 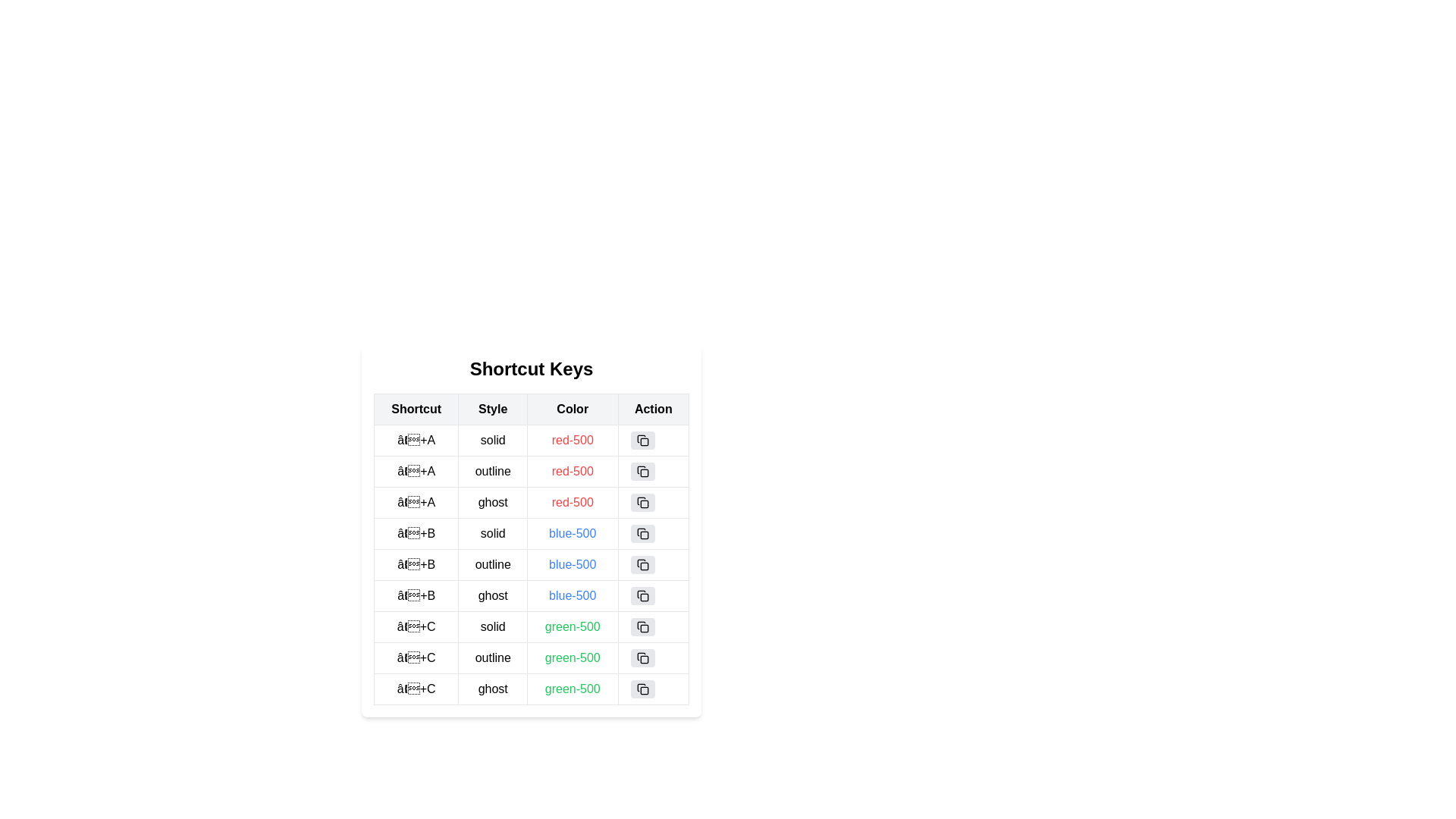 What do you see at coordinates (531, 369) in the screenshot?
I see `text label that says 'Shortcut Keys', which is prominently displayed in bold and large font at the top of a section containing shortcut keys information` at bounding box center [531, 369].